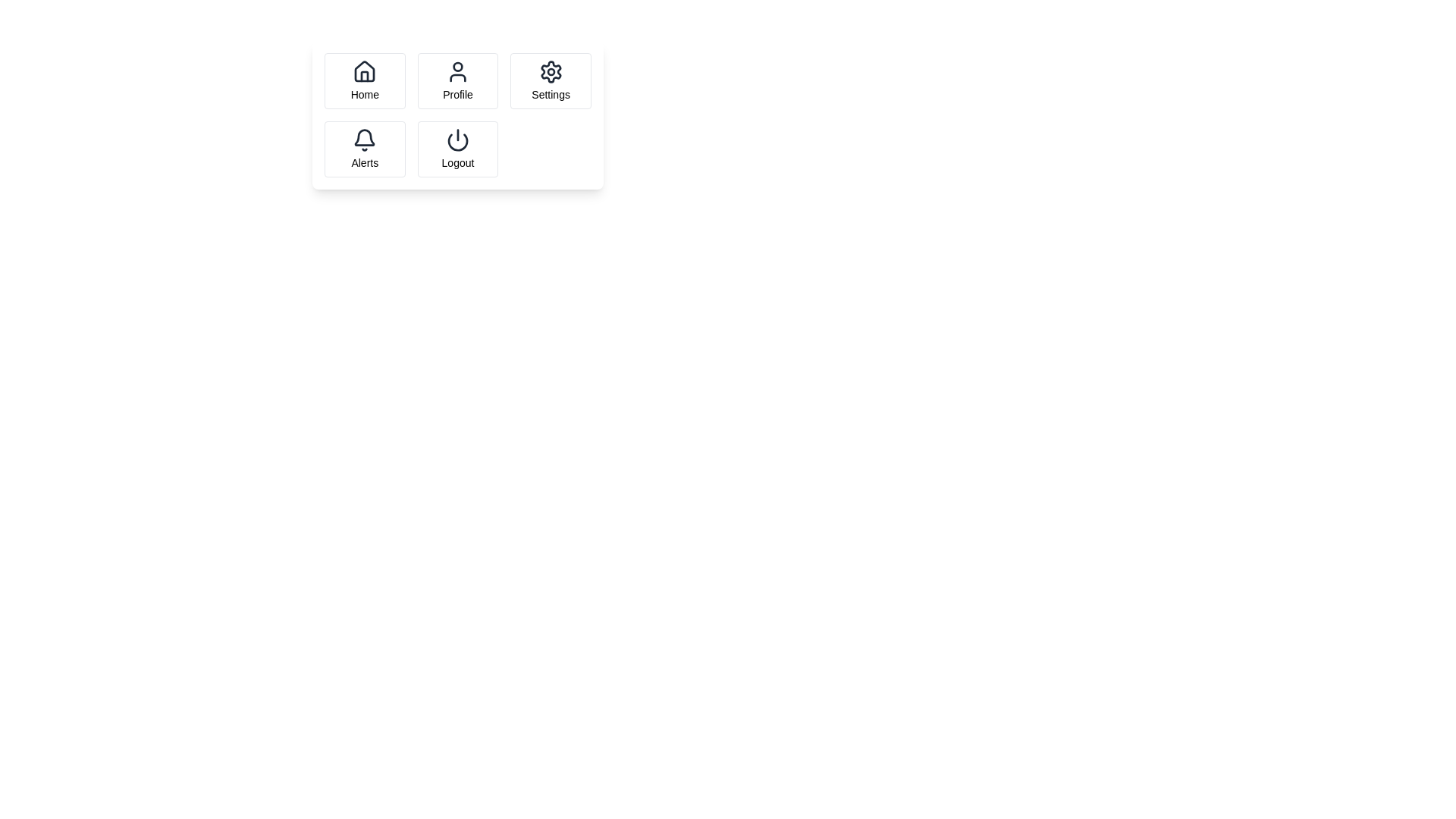 This screenshot has width=1456, height=819. What do you see at coordinates (550, 72) in the screenshot?
I see `the 'Settings' icon located` at bounding box center [550, 72].